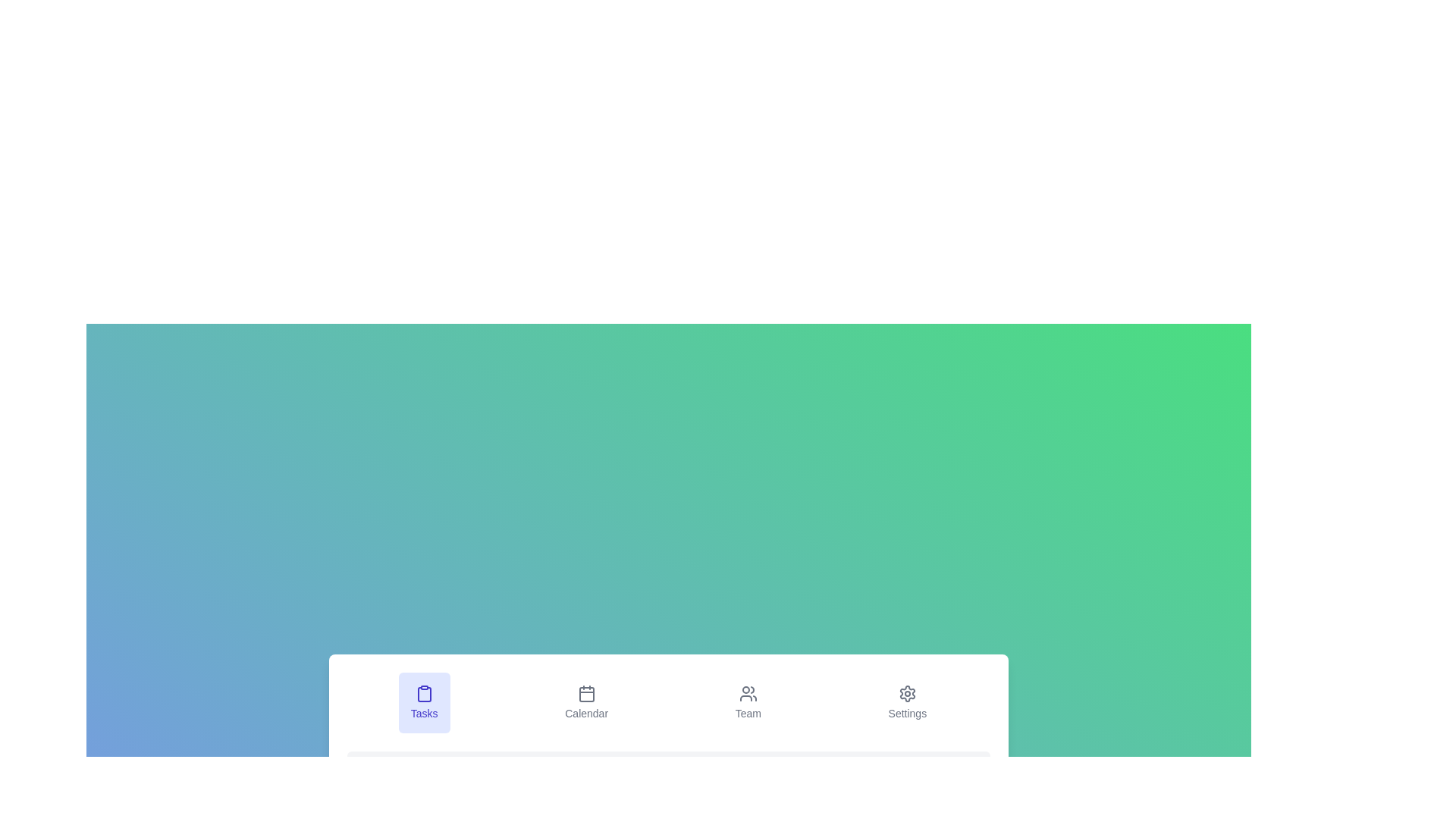 The height and width of the screenshot is (819, 1456). I want to click on the non-interactive informational display located at the bottom of the interface, which provides context or guidance related to task management, so click(668, 772).